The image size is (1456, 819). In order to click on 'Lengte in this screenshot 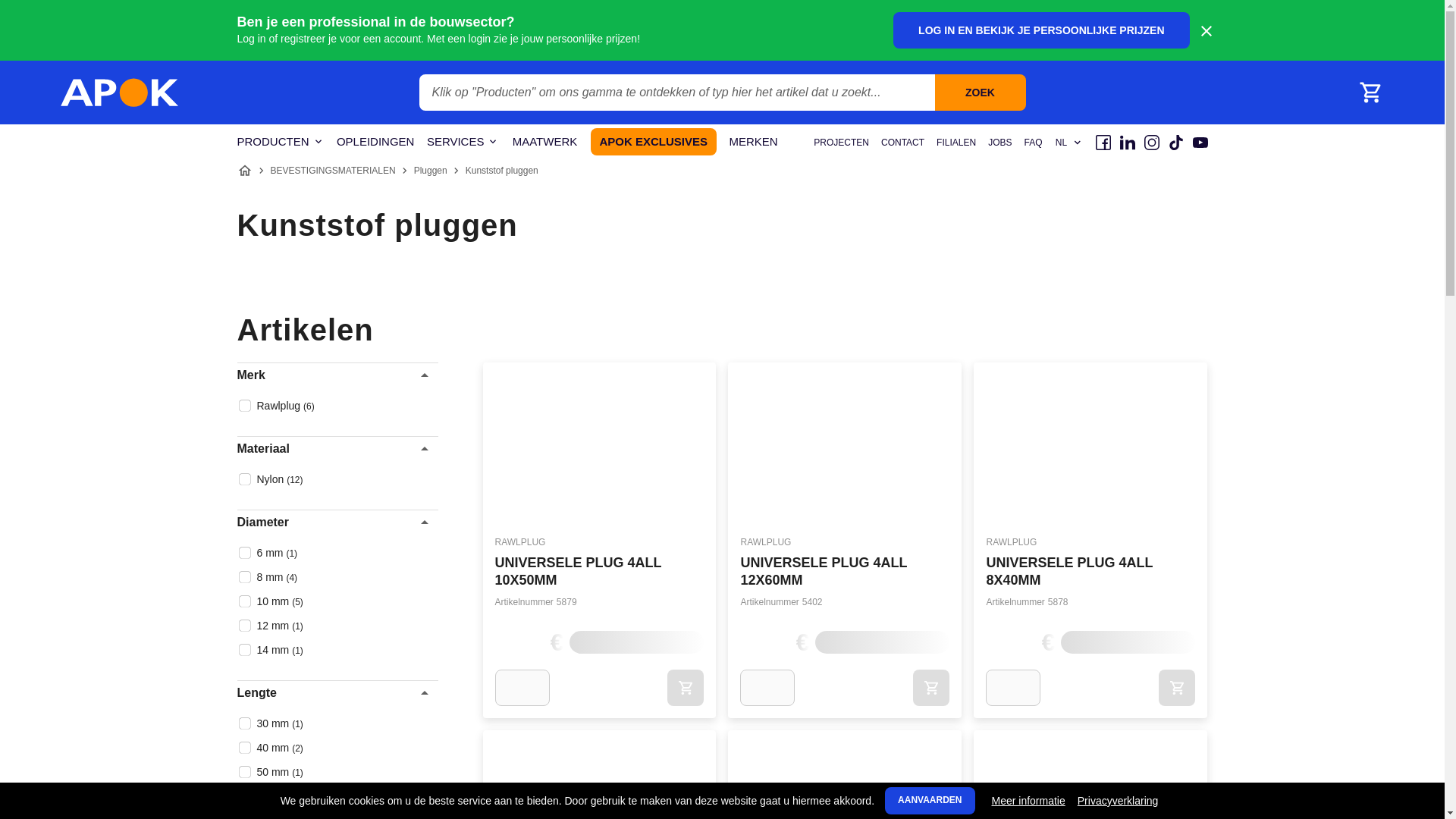, I will do `click(336, 693)`.